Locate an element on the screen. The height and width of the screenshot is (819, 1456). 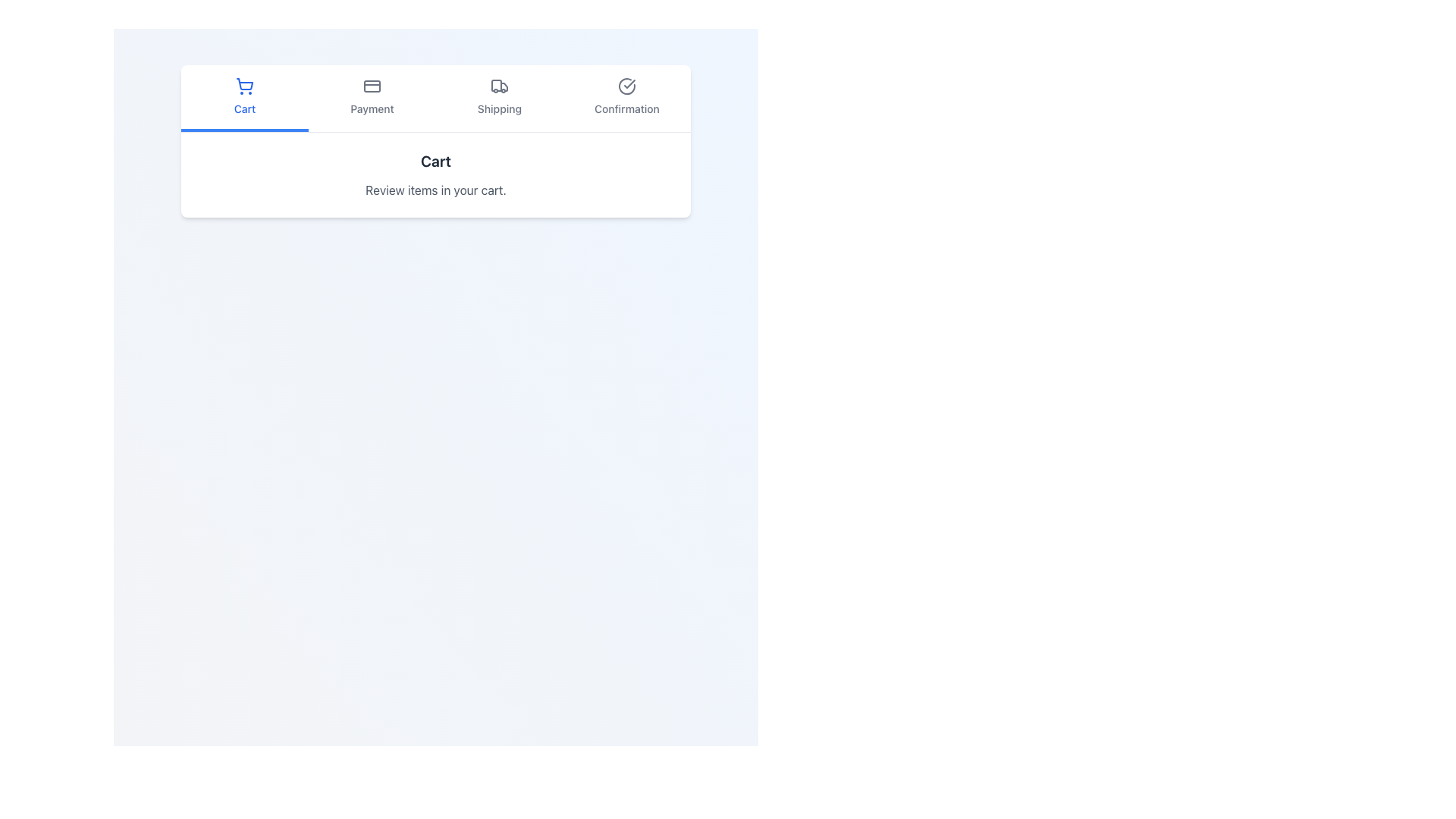
the SVG-based icon depicting a simplified credit card located at the center of the 'Payment' tab in the navigation bar, which is situated immediately to the right of the 'Cart' tab is located at coordinates (372, 86).